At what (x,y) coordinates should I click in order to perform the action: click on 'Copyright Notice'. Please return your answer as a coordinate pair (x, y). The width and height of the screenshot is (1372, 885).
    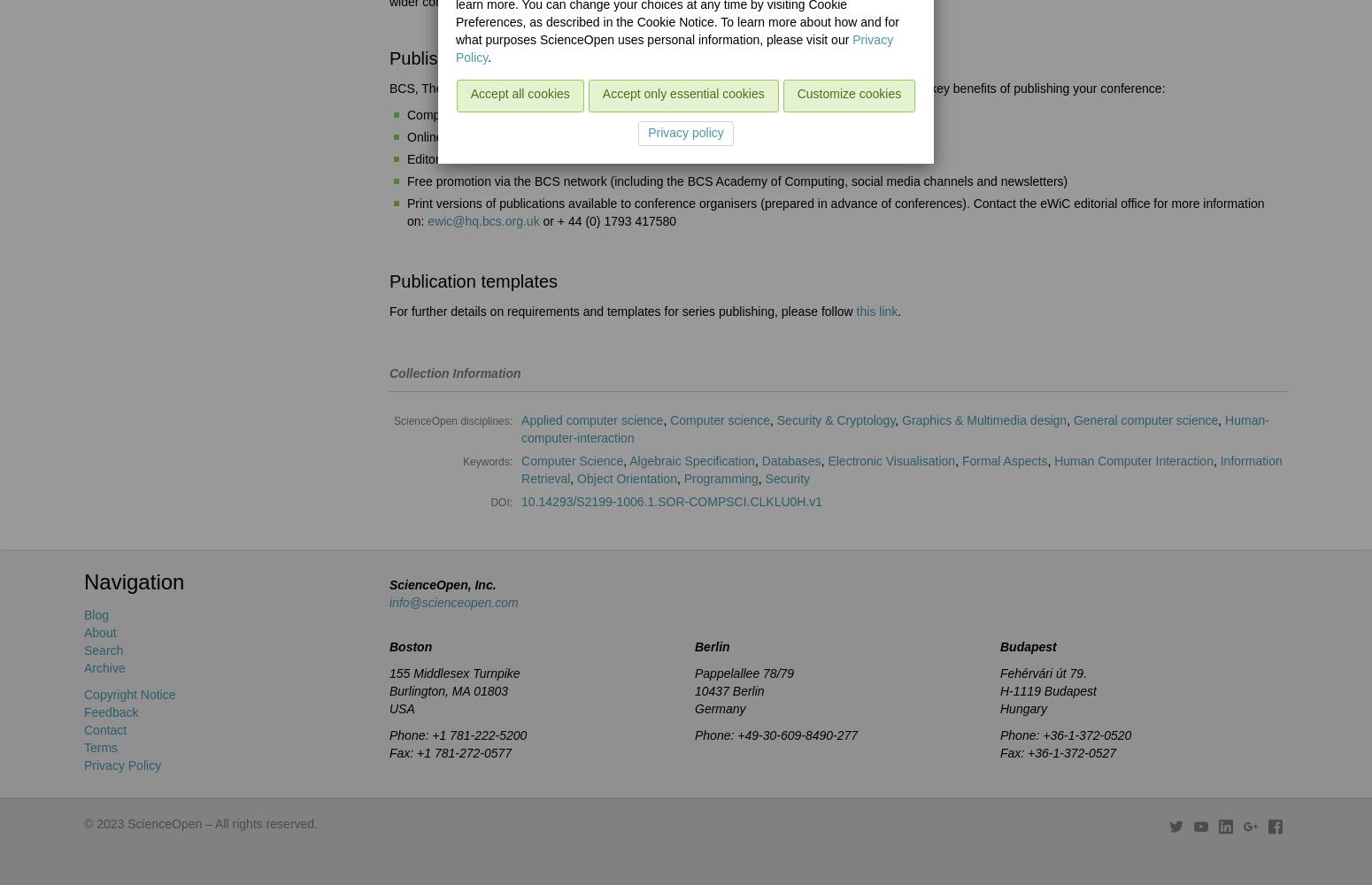
    Looking at the image, I should click on (129, 695).